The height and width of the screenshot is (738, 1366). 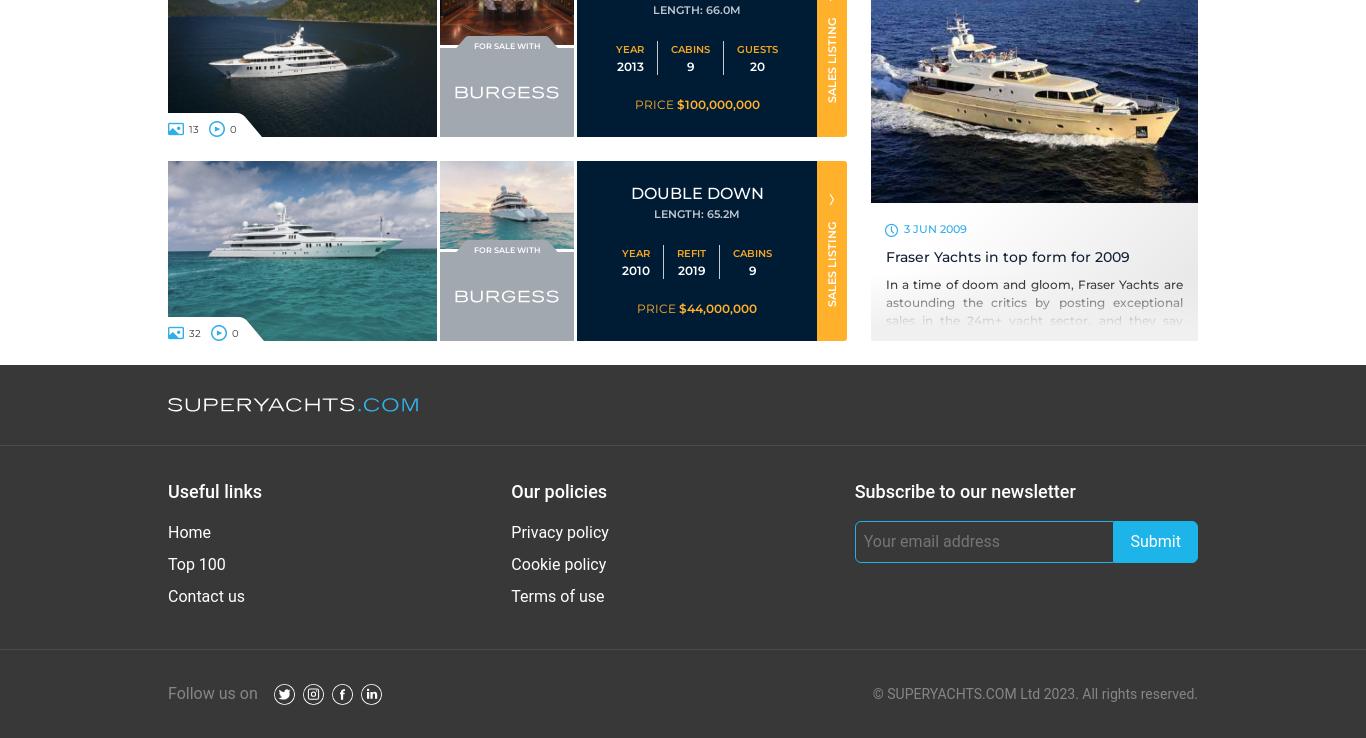 What do you see at coordinates (167, 531) in the screenshot?
I see `'Home'` at bounding box center [167, 531].